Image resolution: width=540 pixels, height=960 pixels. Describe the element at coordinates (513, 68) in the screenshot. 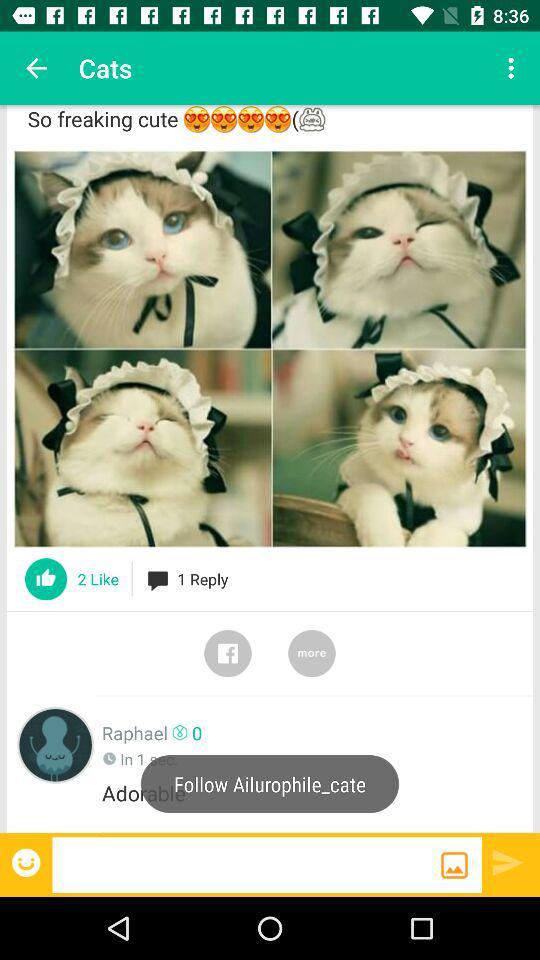

I see `the icon at the top right corner` at that location.